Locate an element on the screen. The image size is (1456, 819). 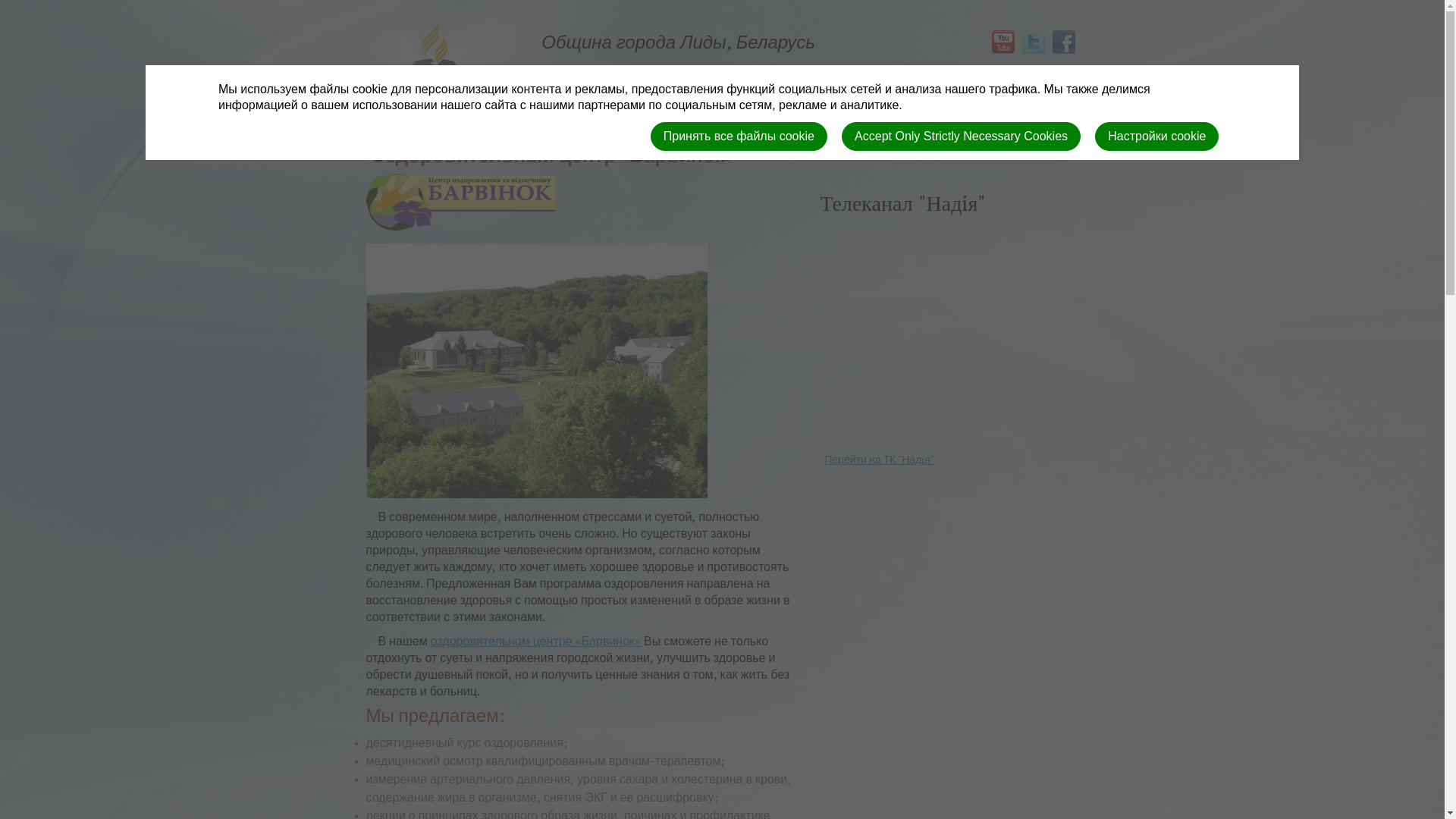
'Facebook Page' is located at coordinates (1061, 42).